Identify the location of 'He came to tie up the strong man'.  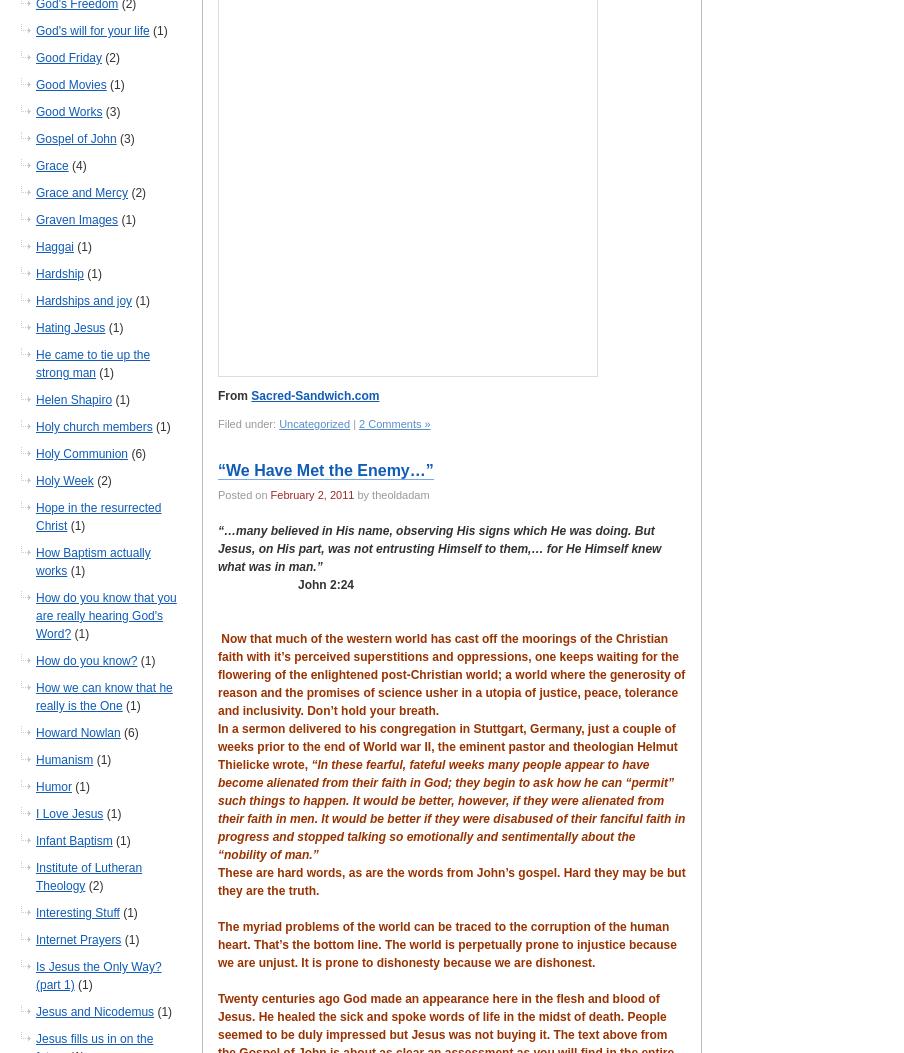
(93, 363).